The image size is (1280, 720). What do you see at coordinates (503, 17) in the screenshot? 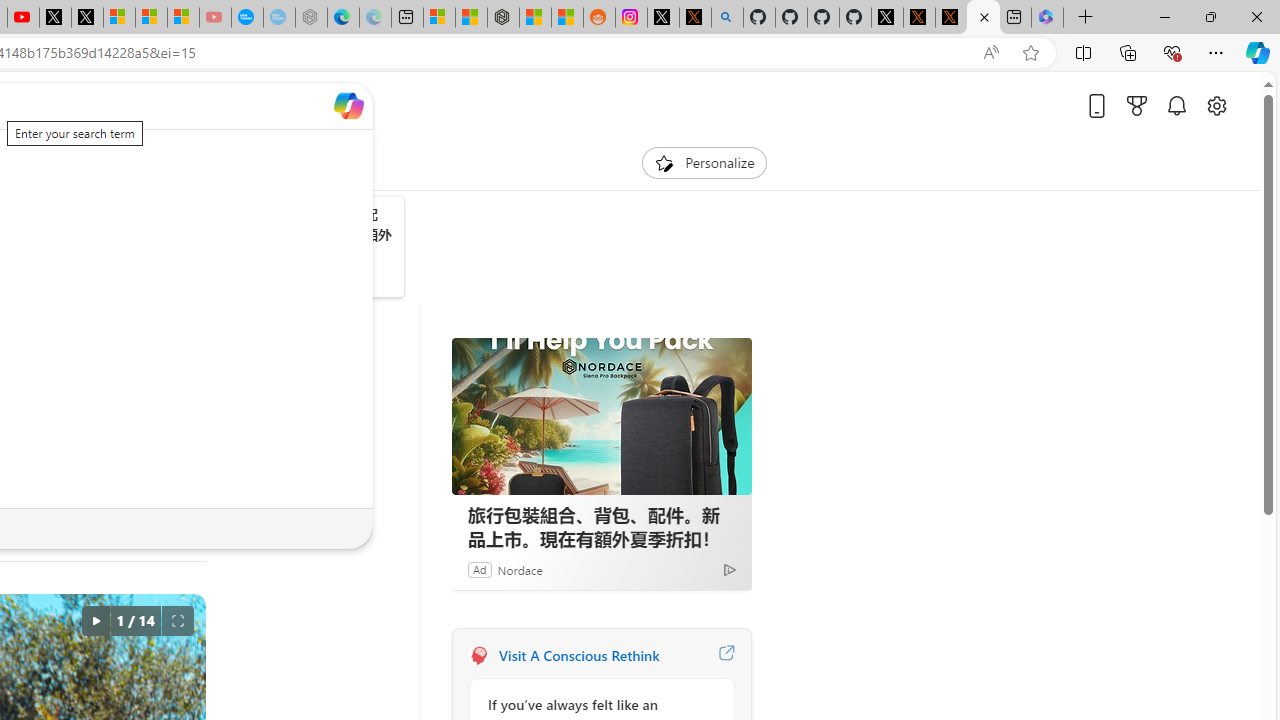
I see `'Nordace - Duffels'` at bounding box center [503, 17].